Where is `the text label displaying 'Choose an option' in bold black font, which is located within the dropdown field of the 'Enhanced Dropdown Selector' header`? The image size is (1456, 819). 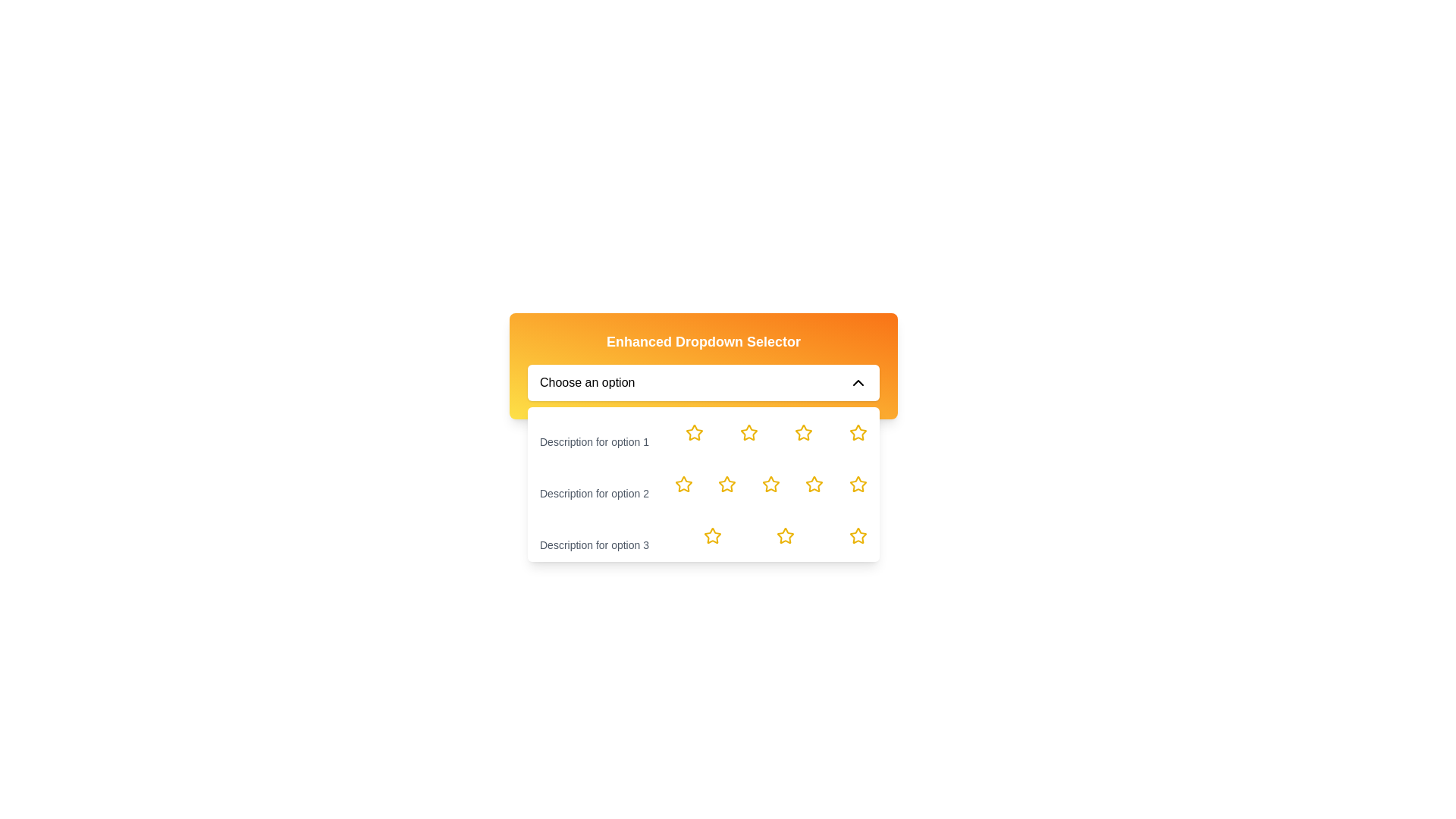
the text label displaying 'Choose an option' in bold black font, which is located within the dropdown field of the 'Enhanced Dropdown Selector' header is located at coordinates (586, 382).